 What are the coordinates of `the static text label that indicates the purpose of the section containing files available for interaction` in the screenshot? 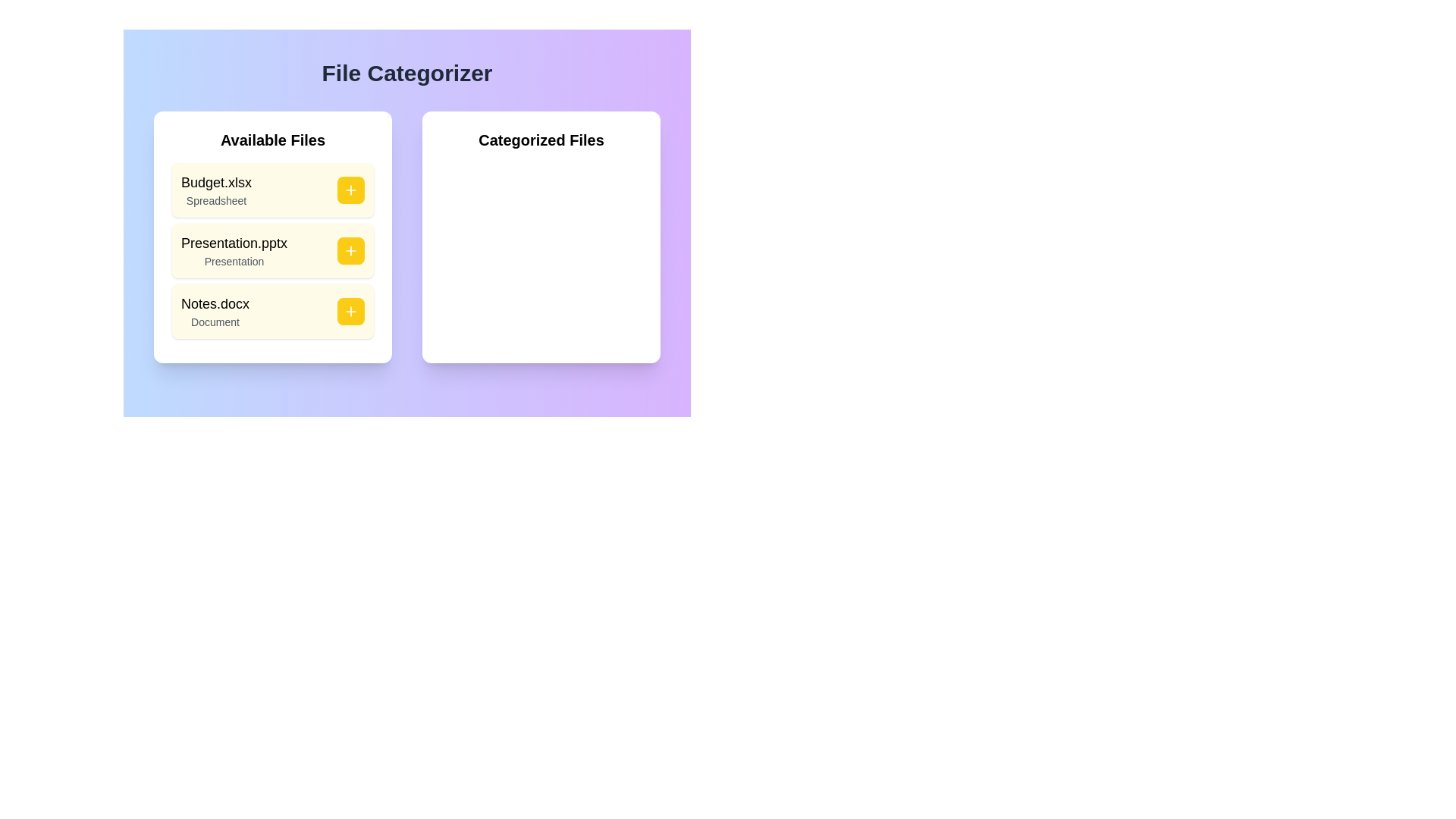 It's located at (273, 140).